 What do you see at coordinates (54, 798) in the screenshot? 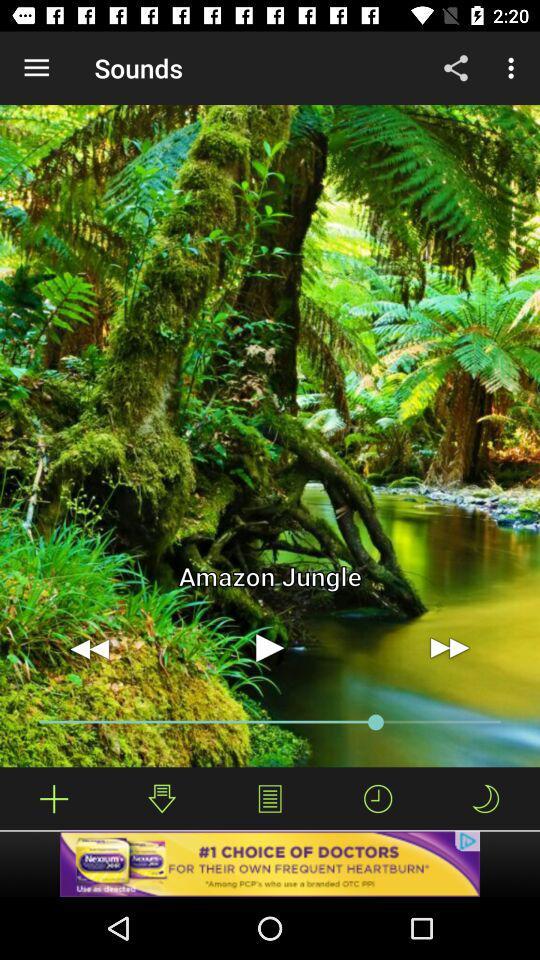
I see `increase` at bounding box center [54, 798].